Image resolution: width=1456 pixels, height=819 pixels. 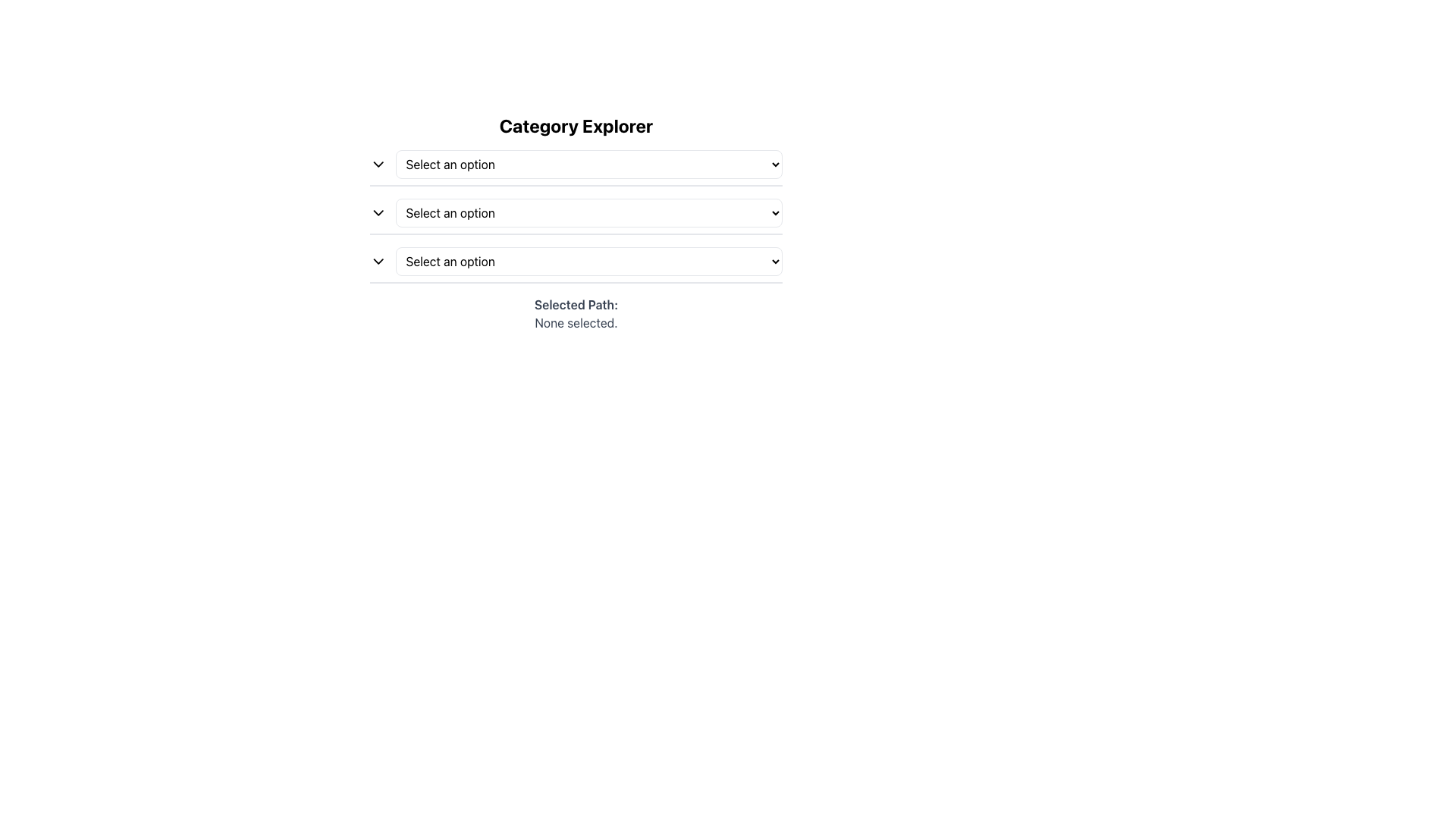 What do you see at coordinates (378, 260) in the screenshot?
I see `the black downward-pointing chevron arrow icon` at bounding box center [378, 260].